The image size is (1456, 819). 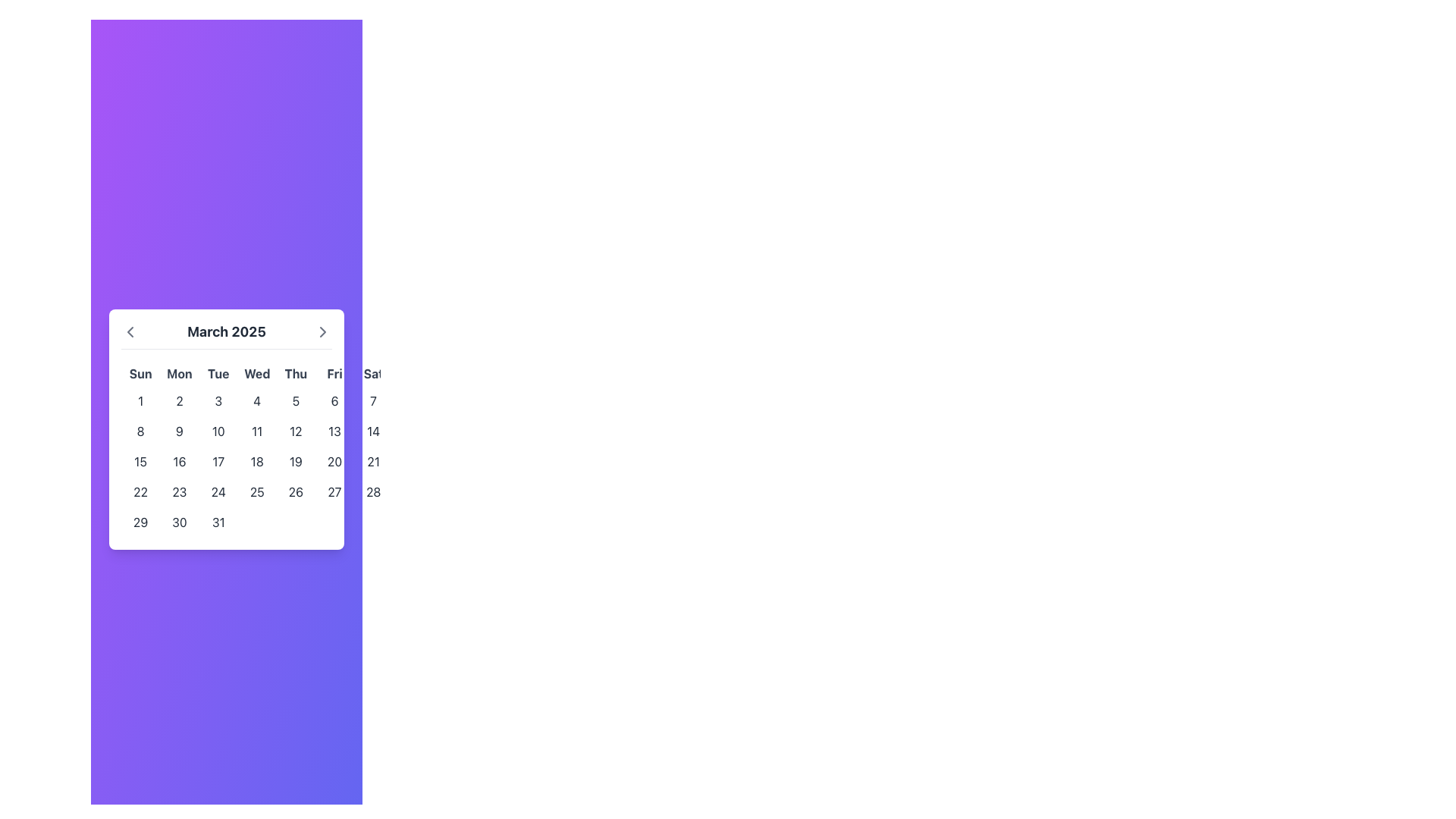 I want to click on the text element representing the number '4', so click(x=257, y=400).